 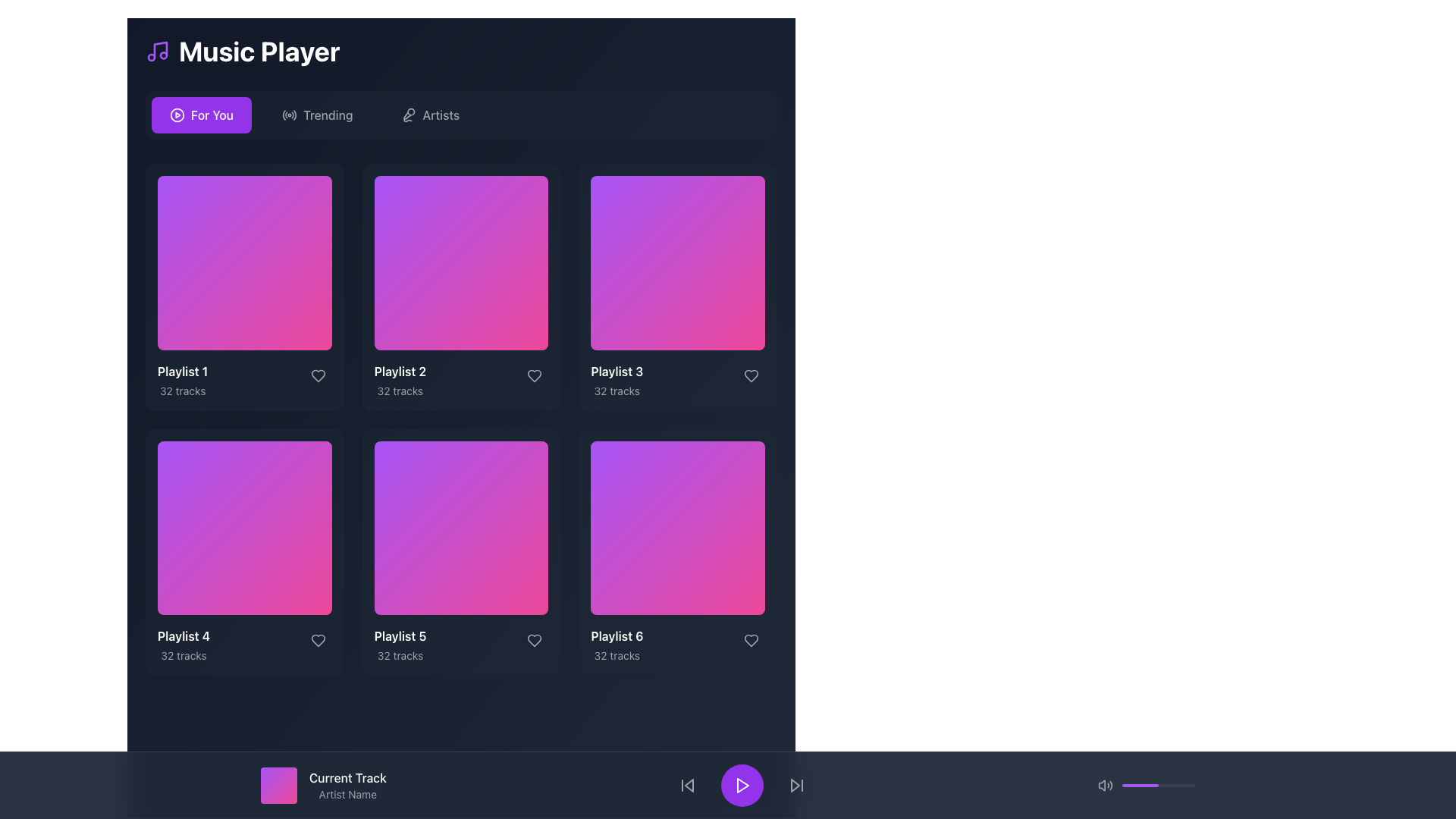 I want to click on the text label that provides information about the number of tracks in the 'Playlist 3' card, located beneath its title in the second row, middle column of a 3x2 grid layout, so click(x=617, y=390).